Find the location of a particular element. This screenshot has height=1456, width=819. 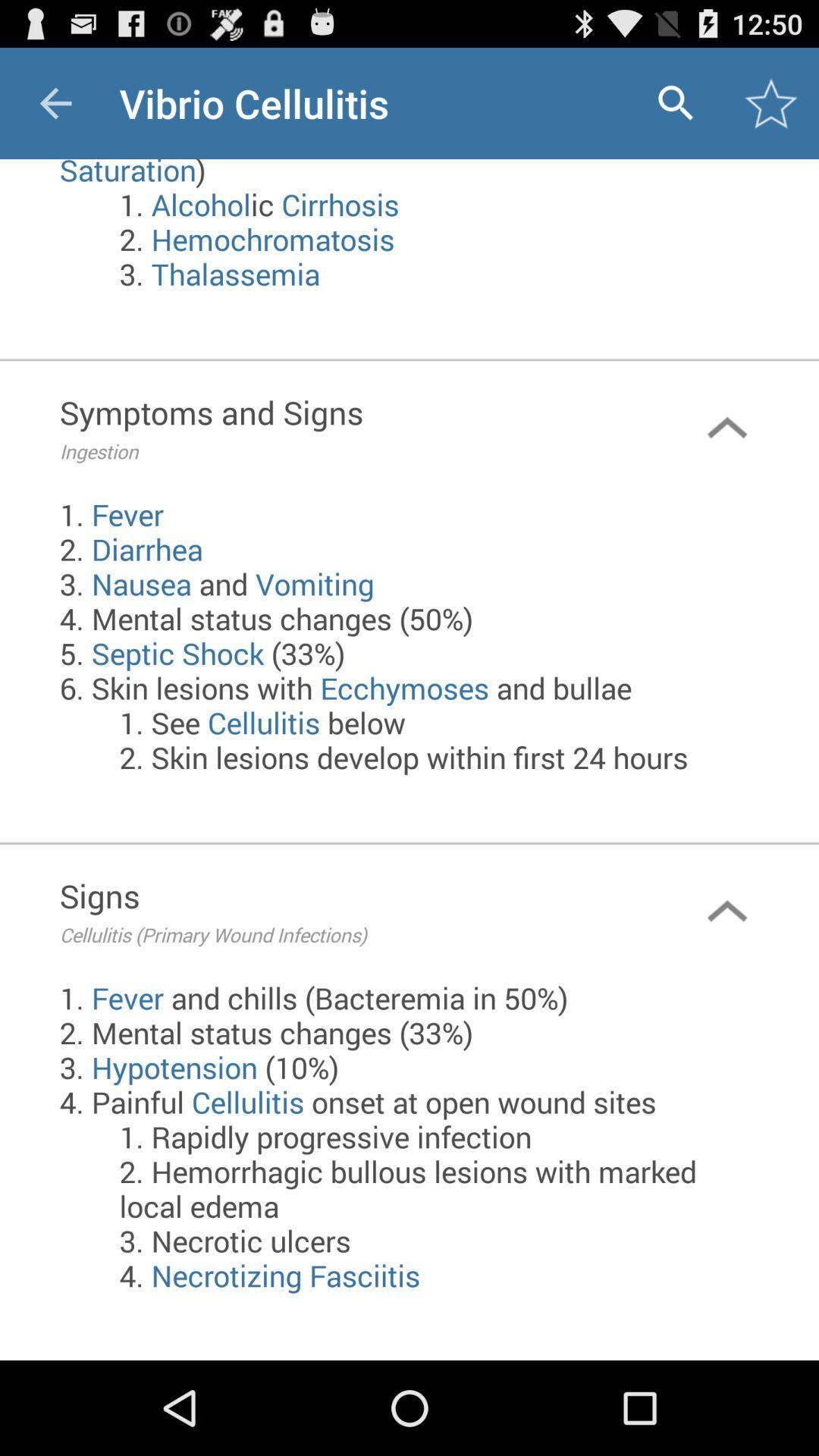

the arrow_upward icon is located at coordinates (726, 974).